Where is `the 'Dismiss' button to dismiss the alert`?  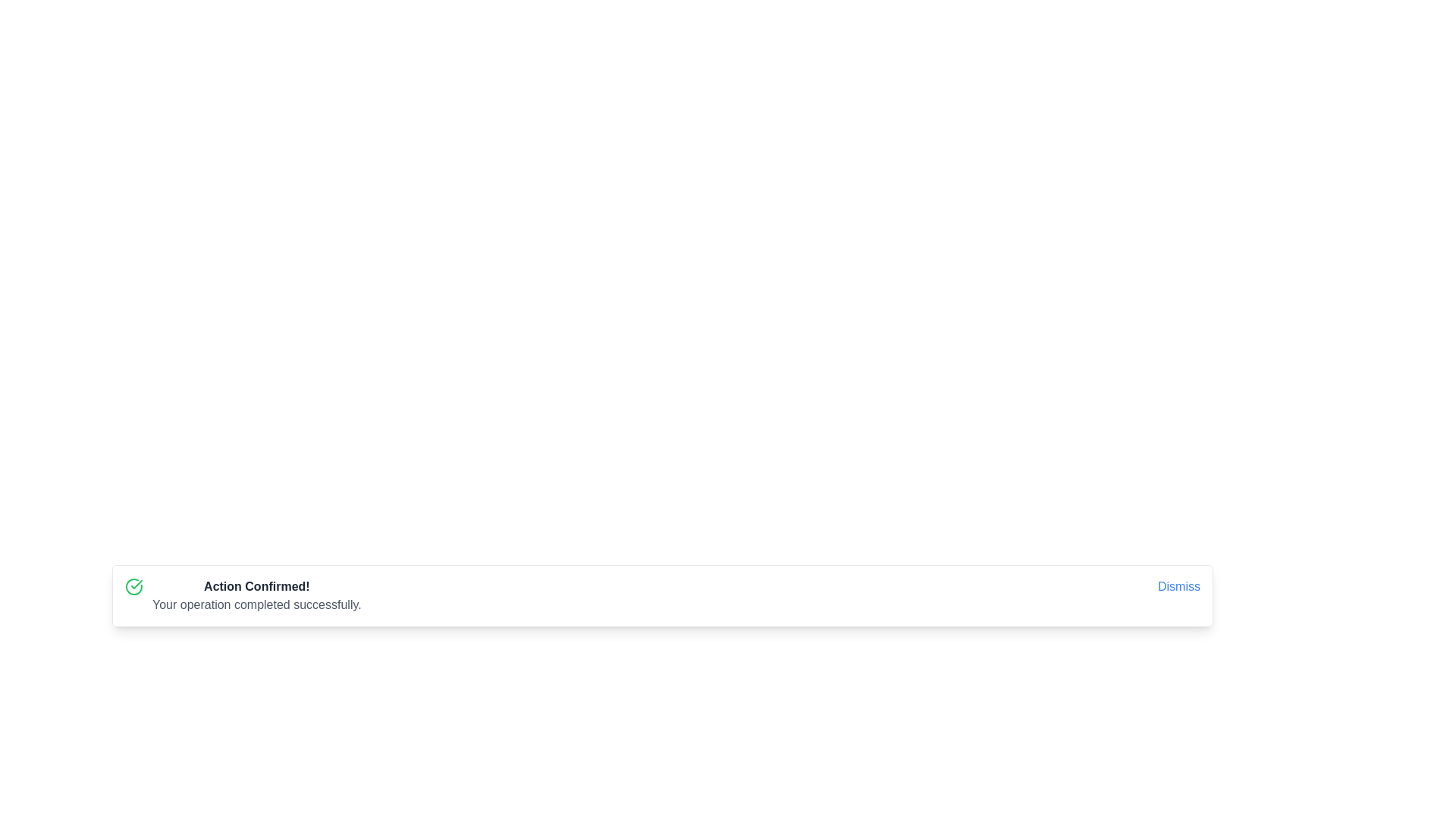
the 'Dismiss' button to dismiss the alert is located at coordinates (1178, 586).